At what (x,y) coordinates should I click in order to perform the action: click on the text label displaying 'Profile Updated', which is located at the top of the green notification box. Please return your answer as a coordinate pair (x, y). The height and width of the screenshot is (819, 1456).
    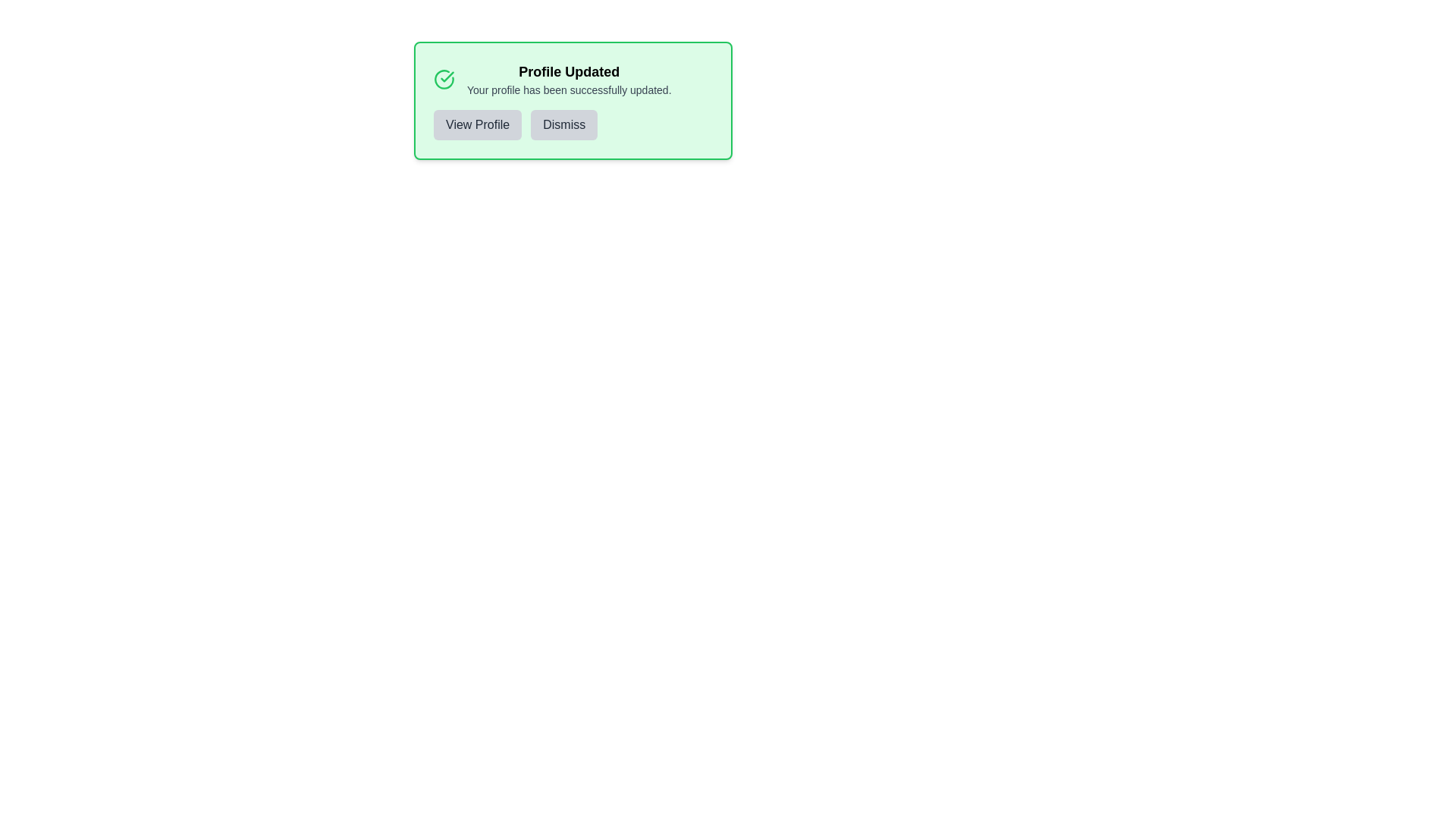
    Looking at the image, I should click on (568, 72).